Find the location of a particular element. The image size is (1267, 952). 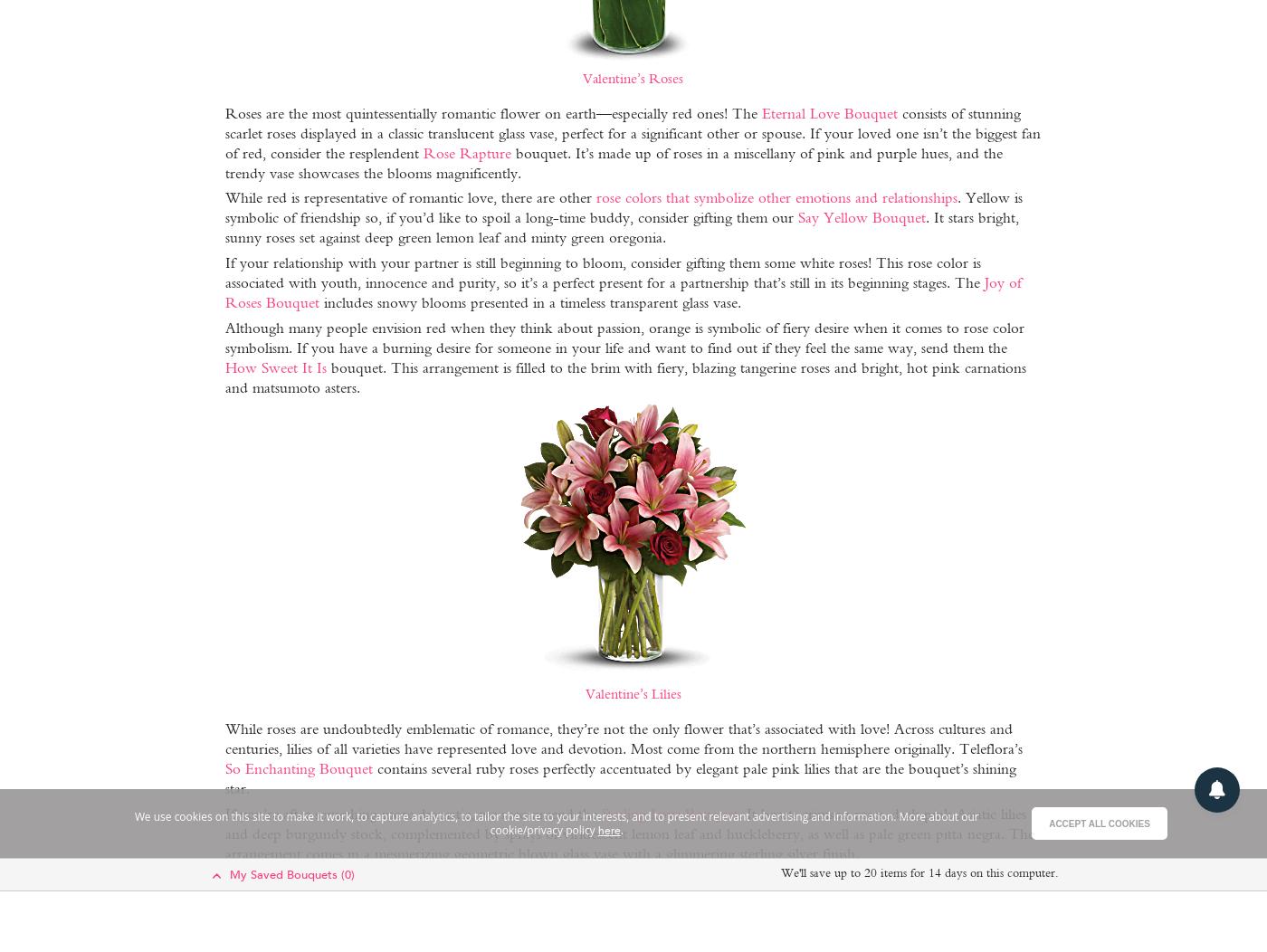

'We use cookies on this site to make it work, to capture analytics, to tailor the site to your interests, and to present relevant advertising and information. More about our cookie/privacy policy' is located at coordinates (556, 823).